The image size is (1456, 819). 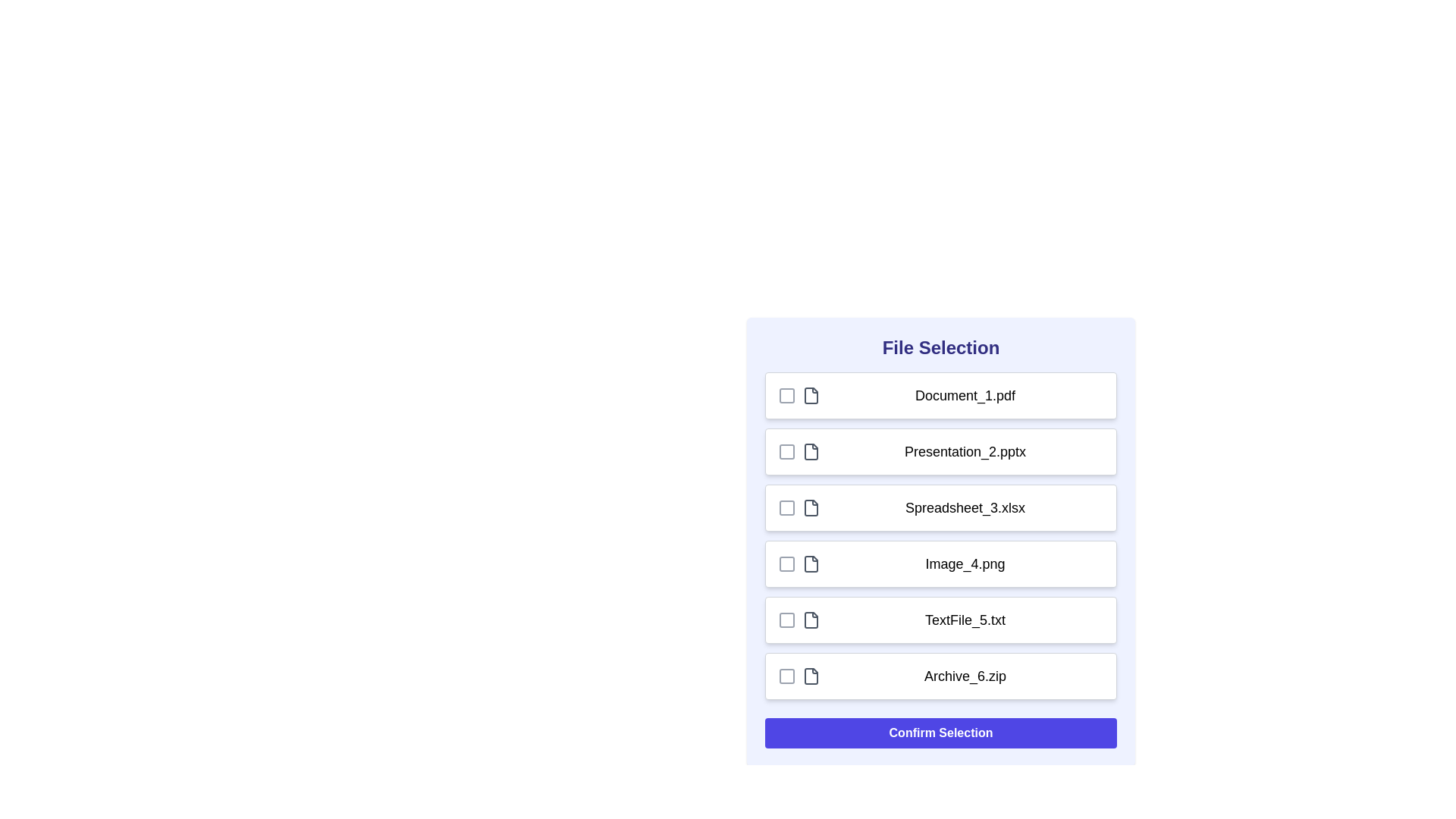 What do you see at coordinates (940, 394) in the screenshot?
I see `the file row corresponding to Document_1.pdf` at bounding box center [940, 394].